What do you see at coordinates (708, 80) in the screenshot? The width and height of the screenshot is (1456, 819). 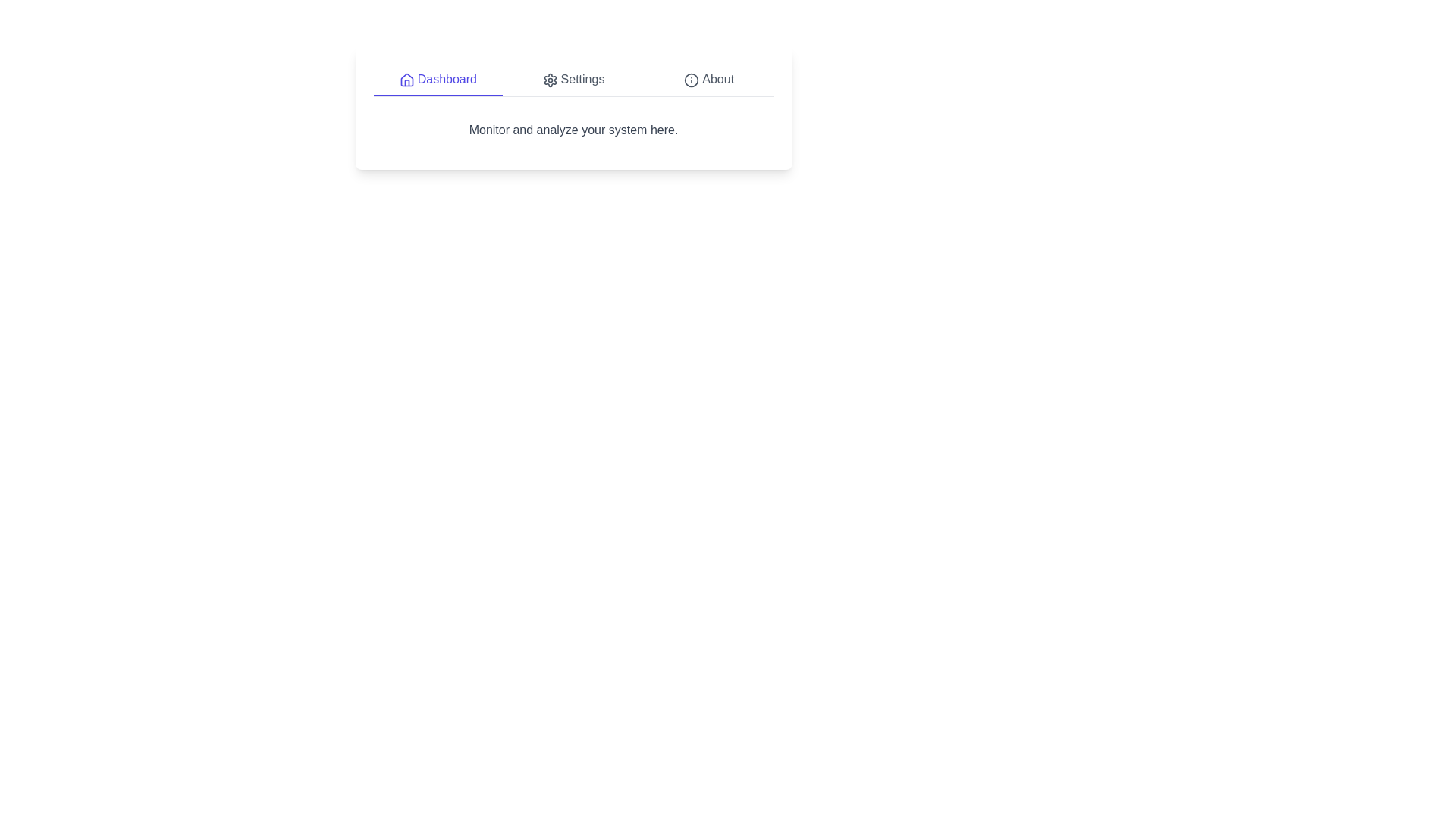 I see `the tab labeled About to observe its visual change` at bounding box center [708, 80].